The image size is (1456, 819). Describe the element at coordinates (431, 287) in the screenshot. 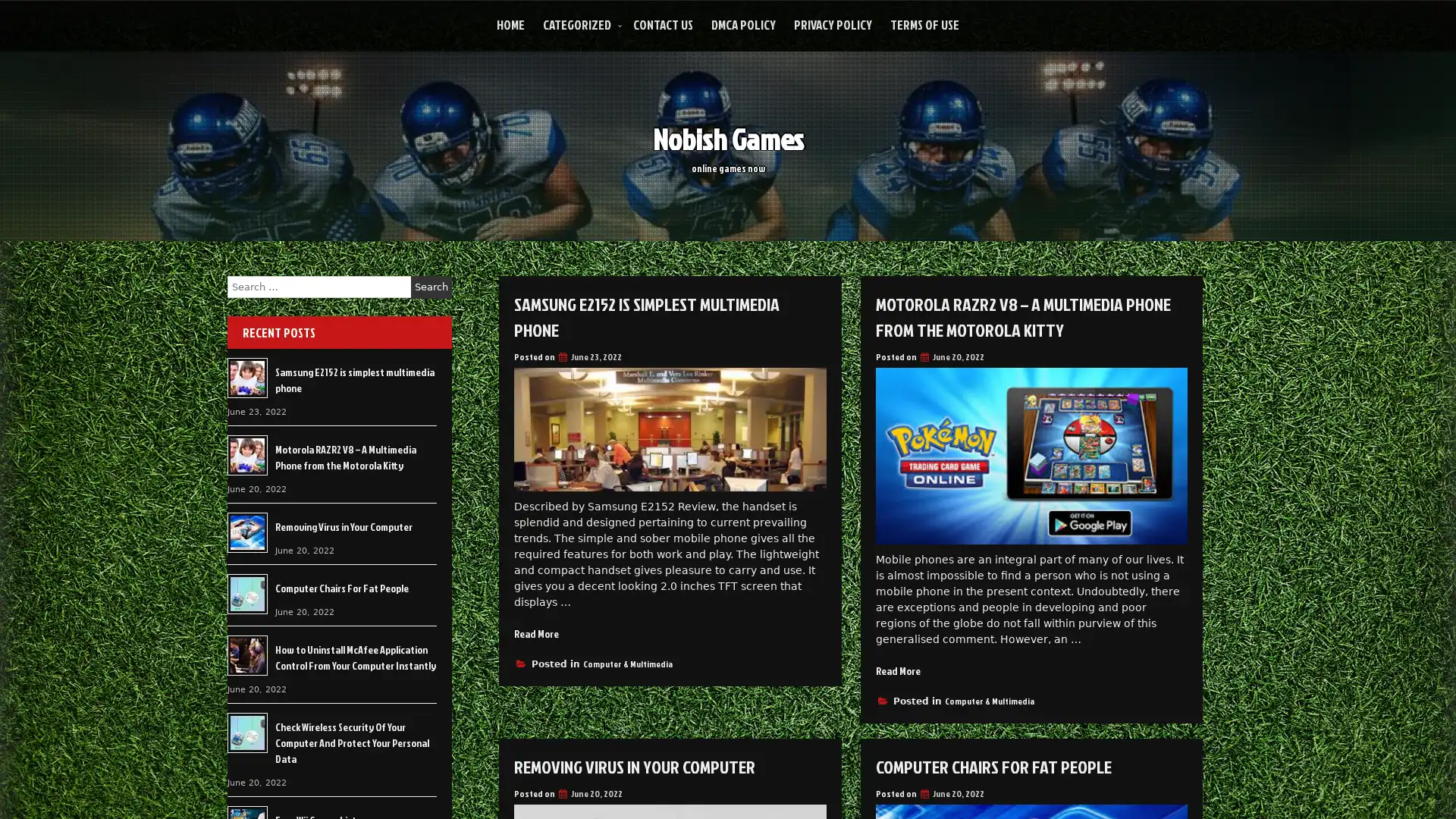

I see `Search` at that location.